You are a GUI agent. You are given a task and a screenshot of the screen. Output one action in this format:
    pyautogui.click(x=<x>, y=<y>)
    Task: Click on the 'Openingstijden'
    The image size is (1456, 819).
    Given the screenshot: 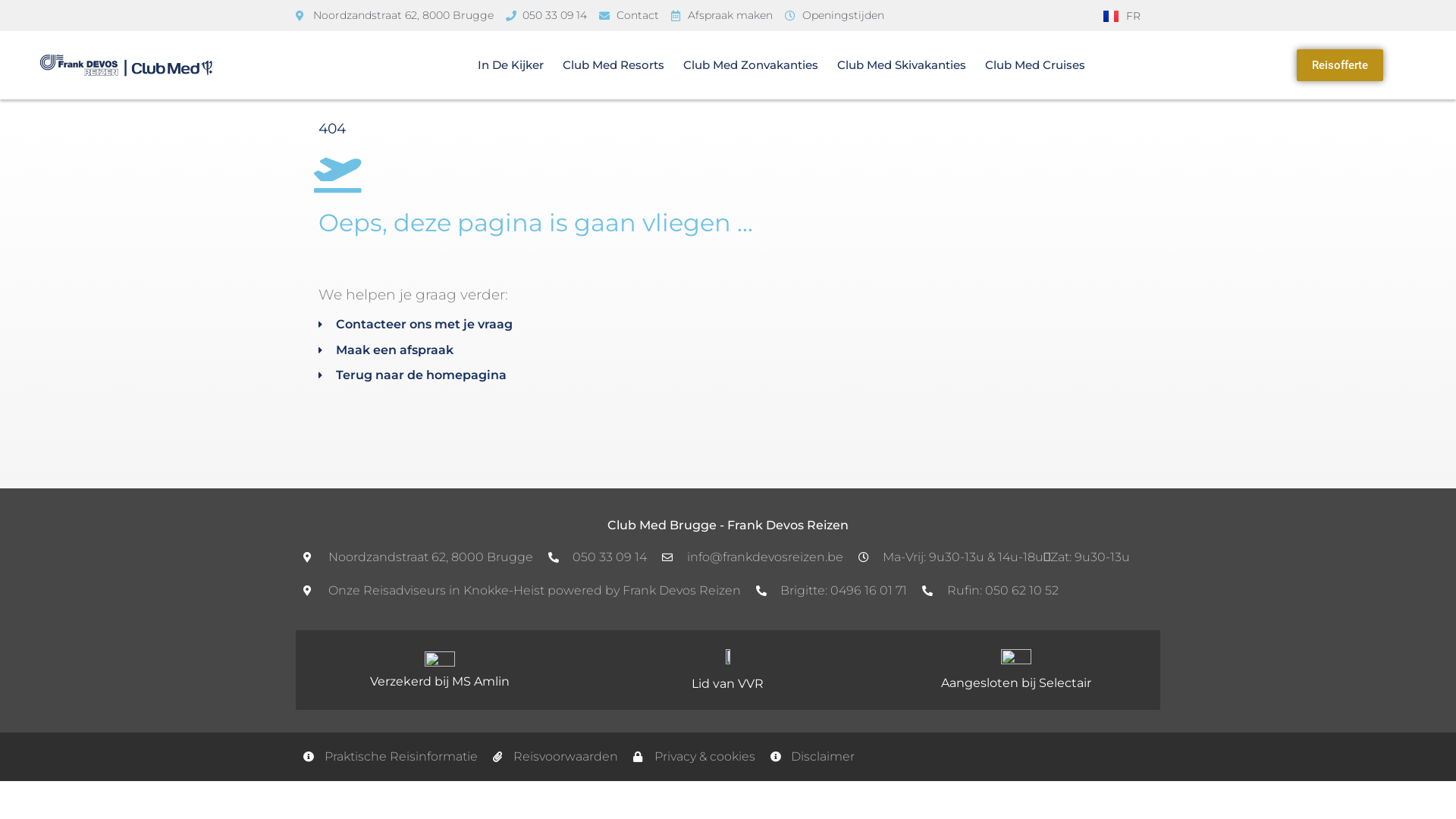 What is the action you would take?
    pyautogui.click(x=833, y=15)
    